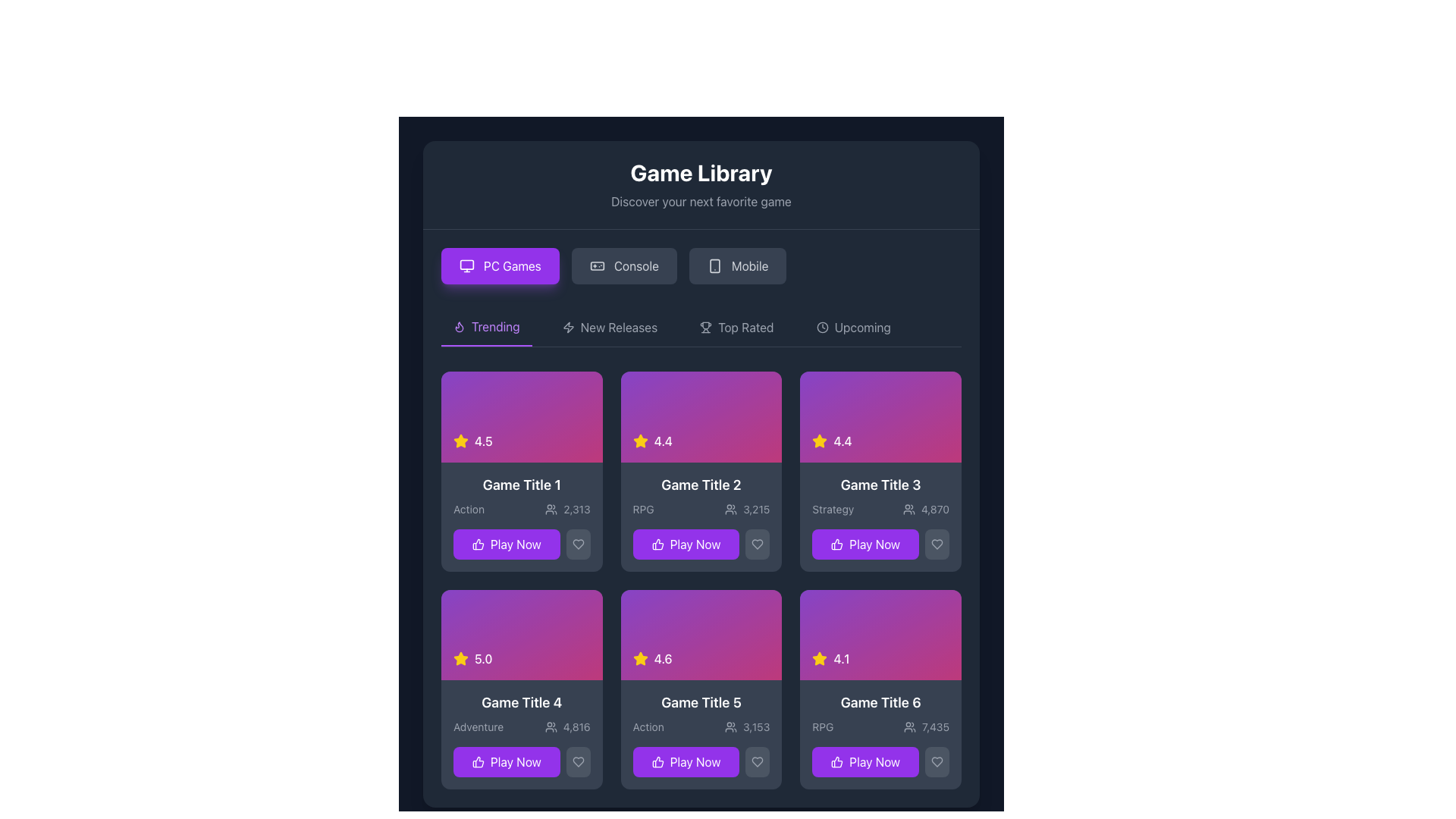 The image size is (1456, 819). Describe the element at coordinates (512, 265) in the screenshot. I see `the 'PC Games' button text` at that location.